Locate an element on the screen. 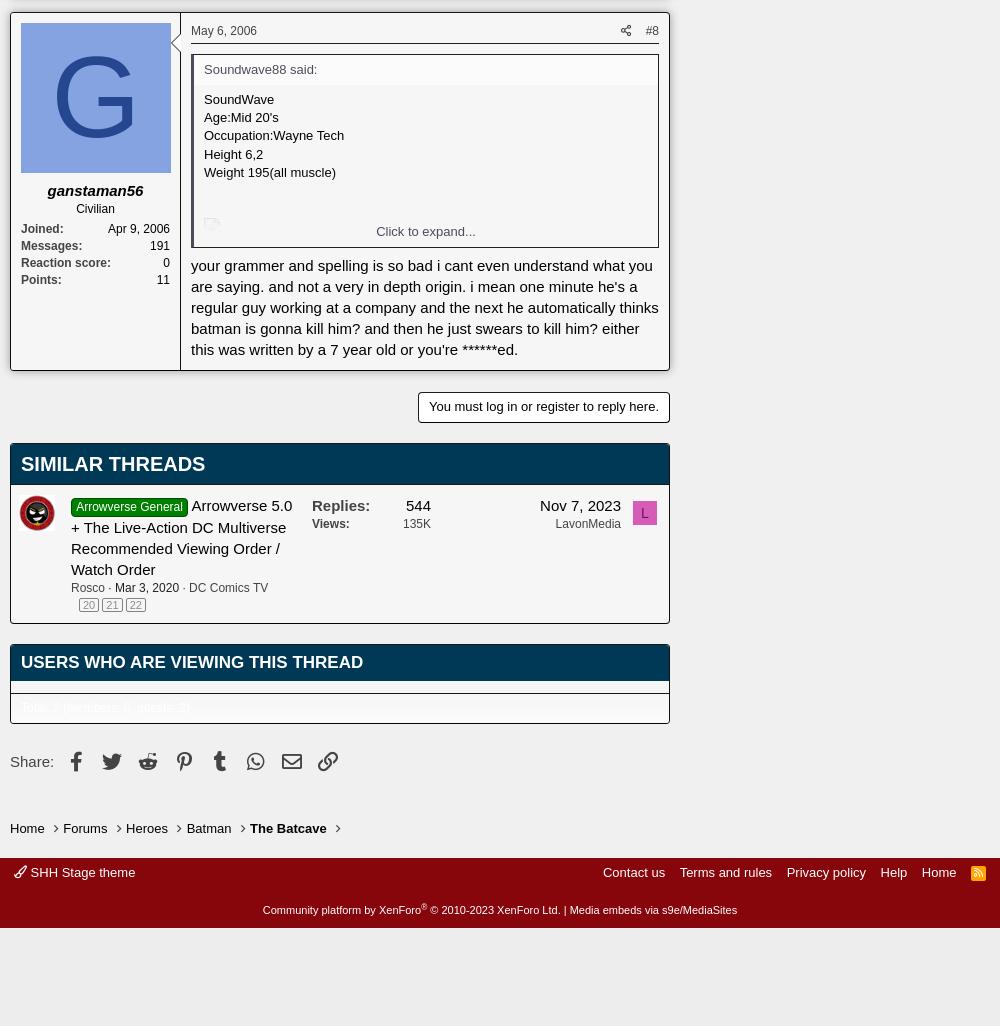  'Forums' is located at coordinates (84, 827).